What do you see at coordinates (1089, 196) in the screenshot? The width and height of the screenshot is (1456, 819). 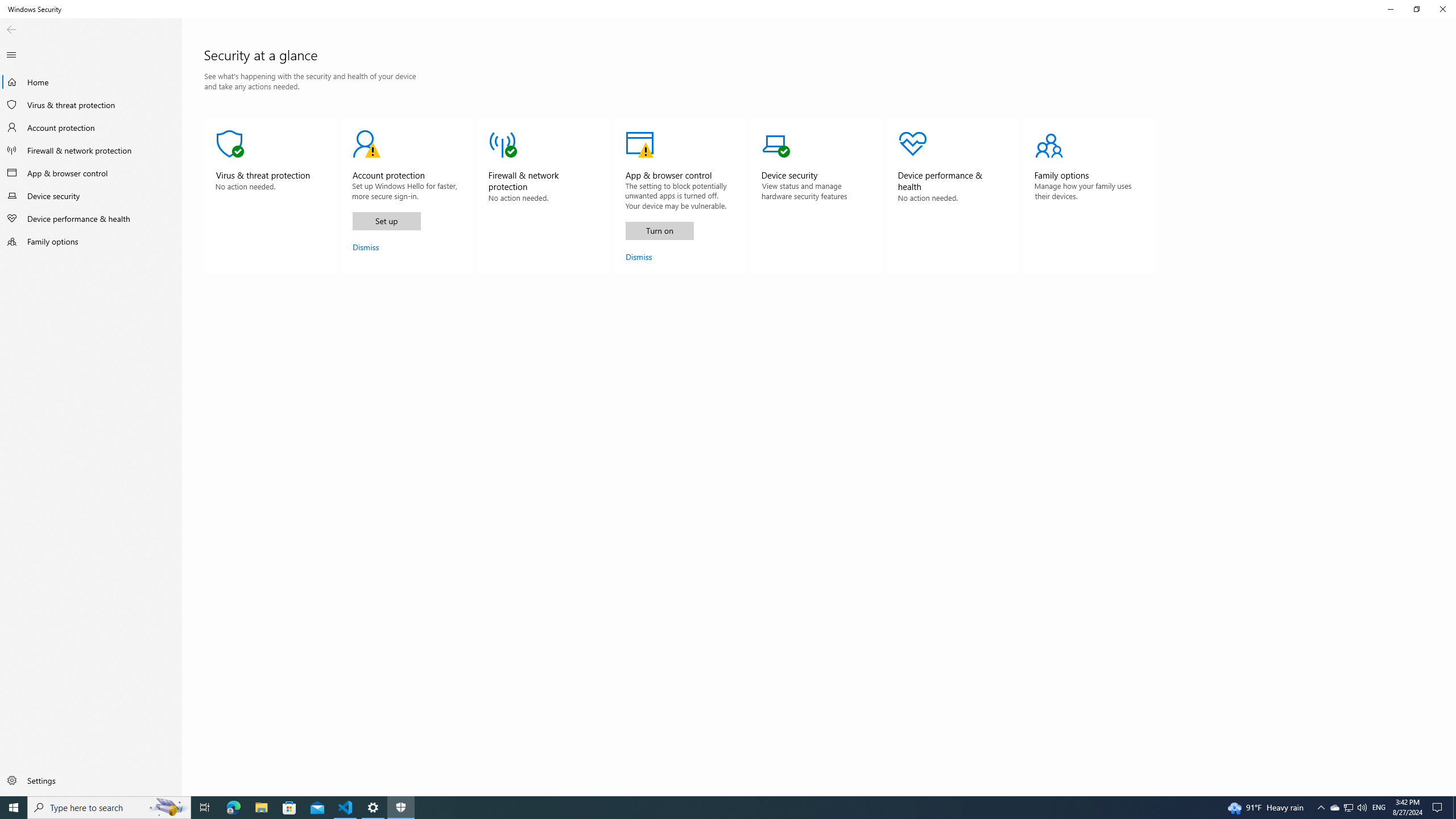 I see `'Family optionsNo action needed.'` at bounding box center [1089, 196].